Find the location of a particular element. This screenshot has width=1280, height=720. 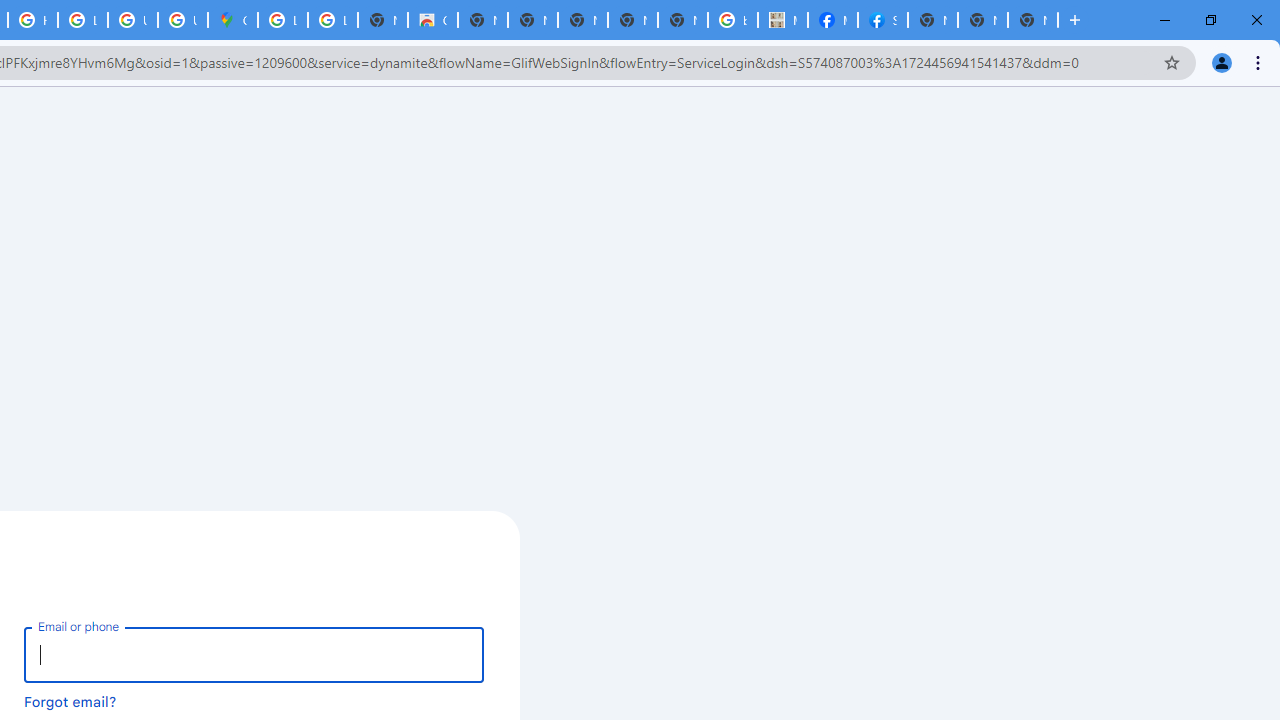

'Miley Cyrus | Facebook' is located at coordinates (832, 20).